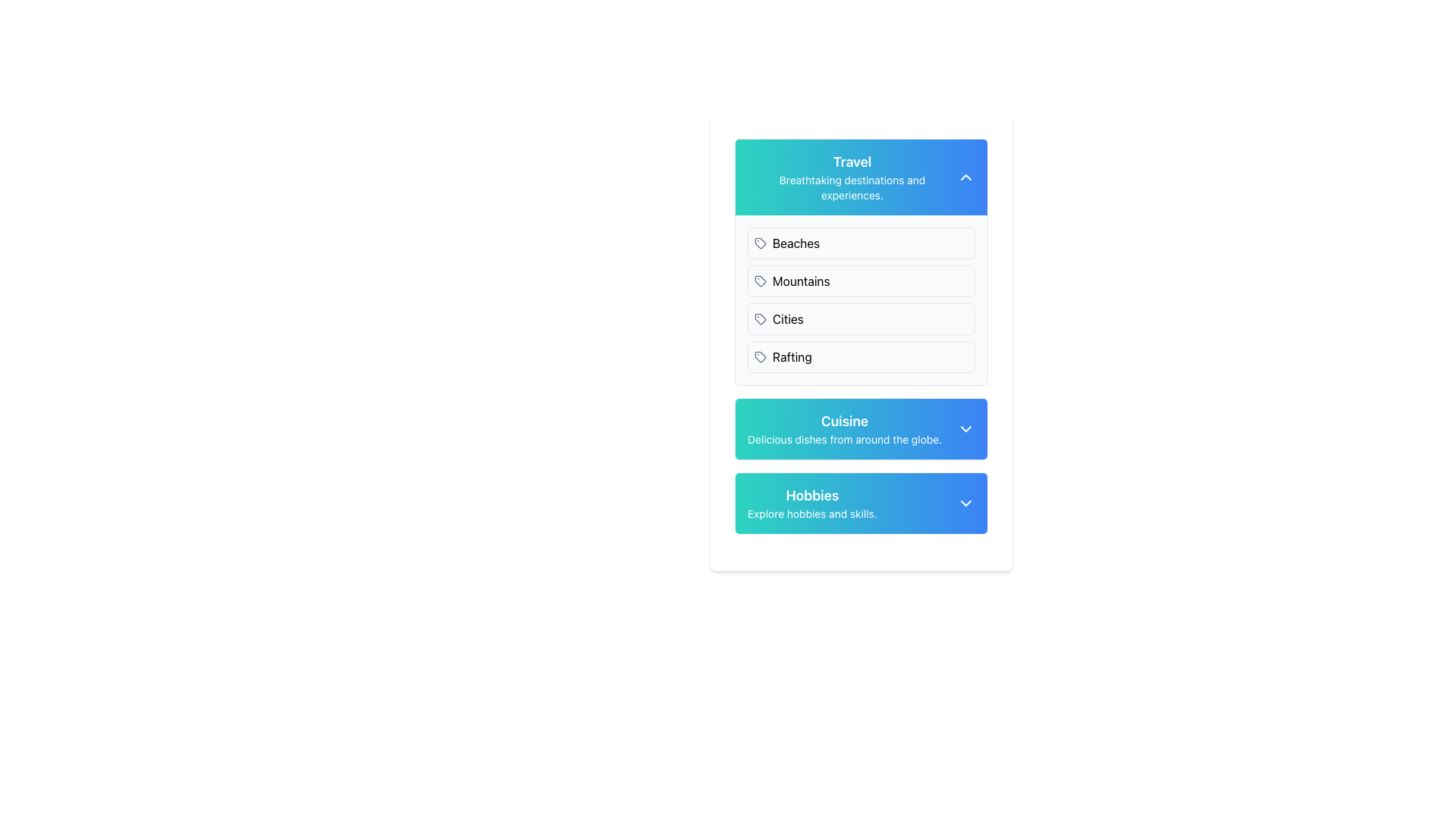 The image size is (1456, 819). What do you see at coordinates (761, 242) in the screenshot?
I see `the SVG icon that categorizes the 'Beaches' entry, positioned to the left of the text label` at bounding box center [761, 242].